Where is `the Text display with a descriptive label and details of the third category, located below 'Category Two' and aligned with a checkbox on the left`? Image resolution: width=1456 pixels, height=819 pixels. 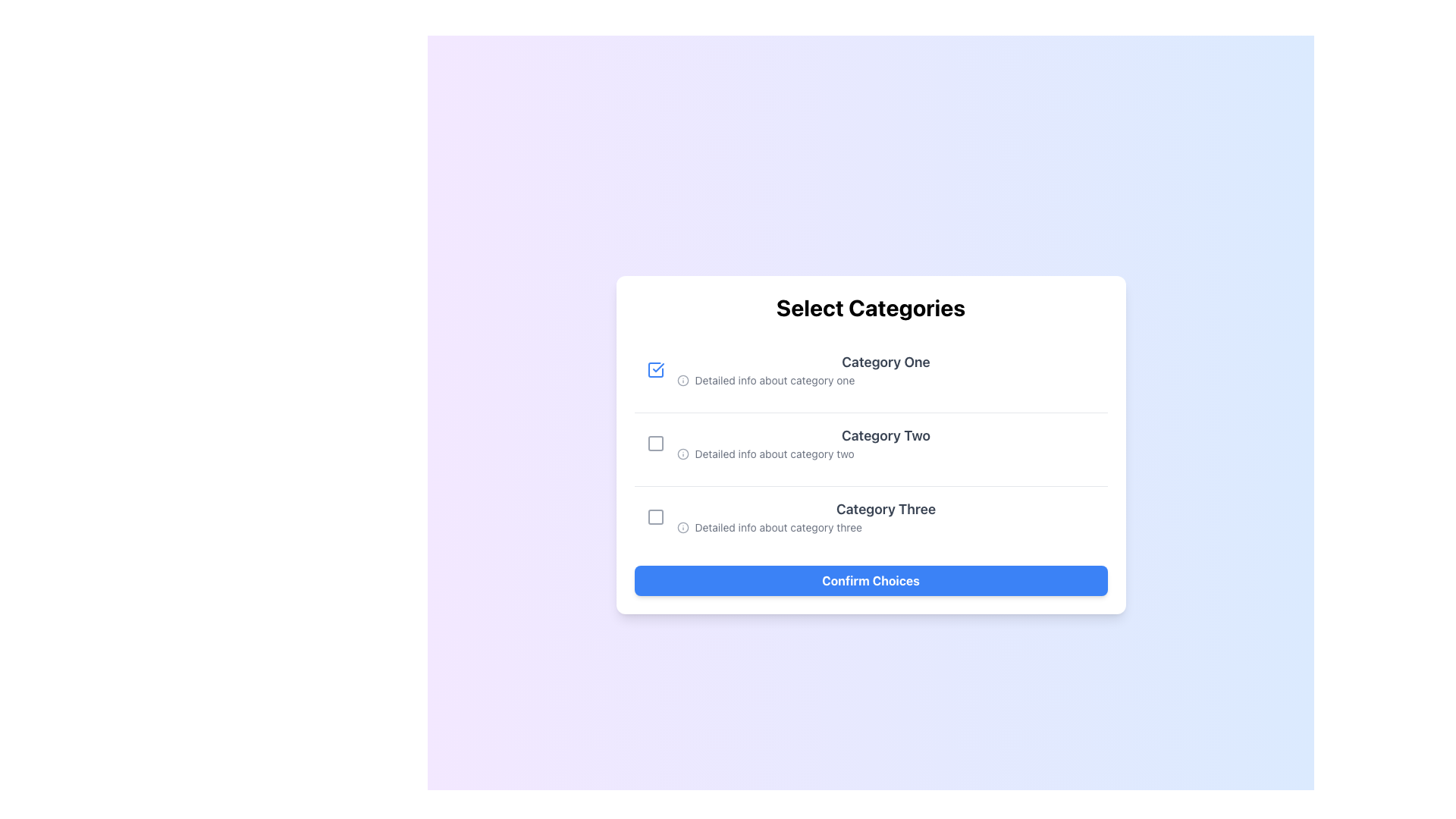
the Text display with a descriptive label and details of the third category, located below 'Category Two' and aligned with a checkbox on the left is located at coordinates (886, 516).